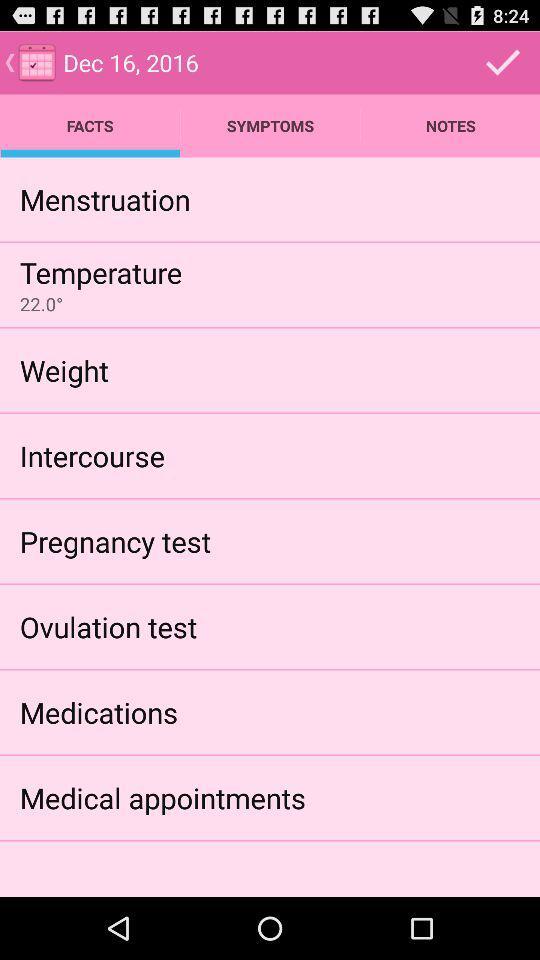  I want to click on the menstruation icon, so click(105, 199).